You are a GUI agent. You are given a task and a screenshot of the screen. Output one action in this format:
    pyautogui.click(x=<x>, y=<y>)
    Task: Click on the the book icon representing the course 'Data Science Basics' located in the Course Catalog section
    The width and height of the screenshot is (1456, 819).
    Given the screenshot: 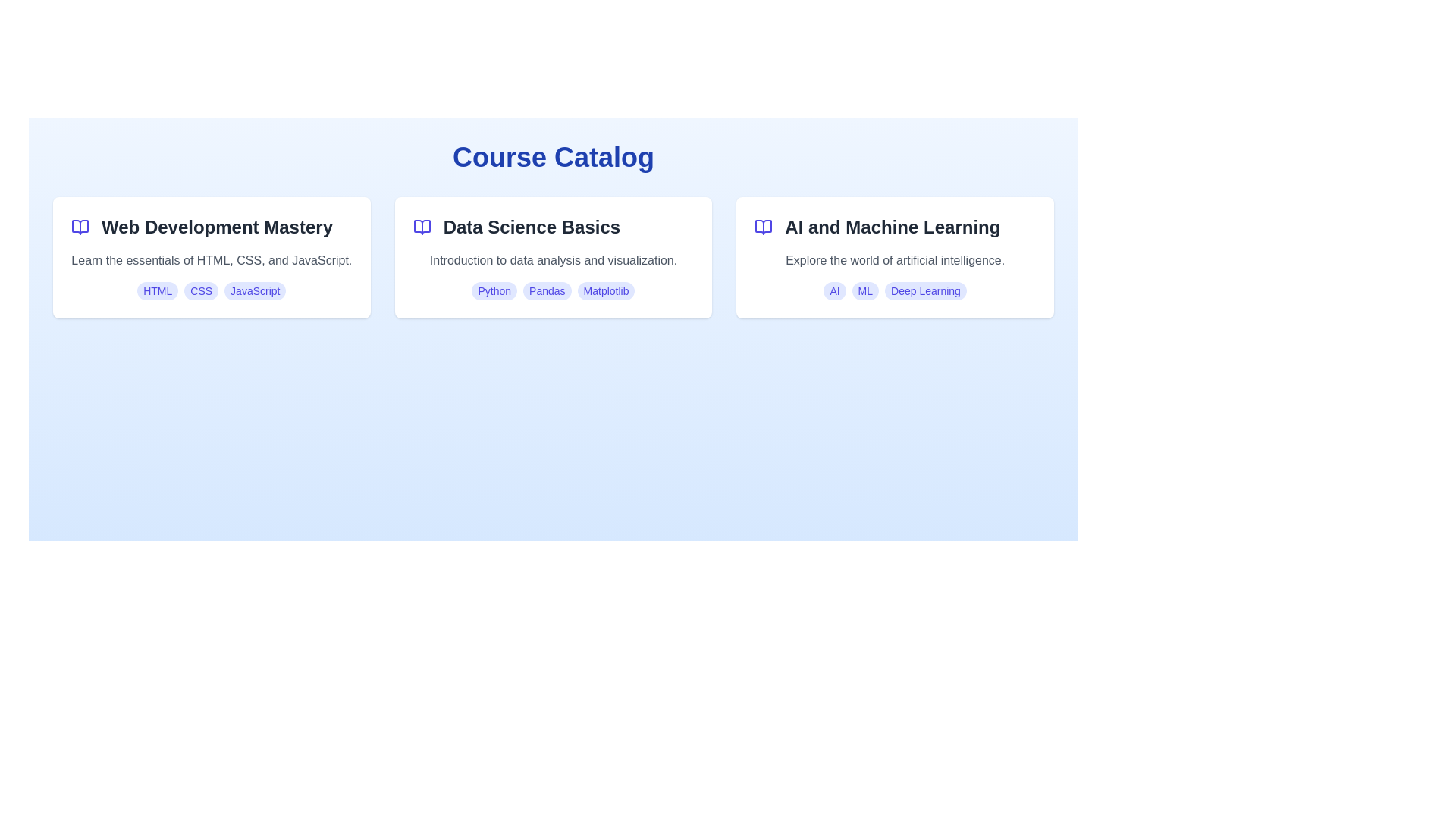 What is the action you would take?
    pyautogui.click(x=422, y=227)
    